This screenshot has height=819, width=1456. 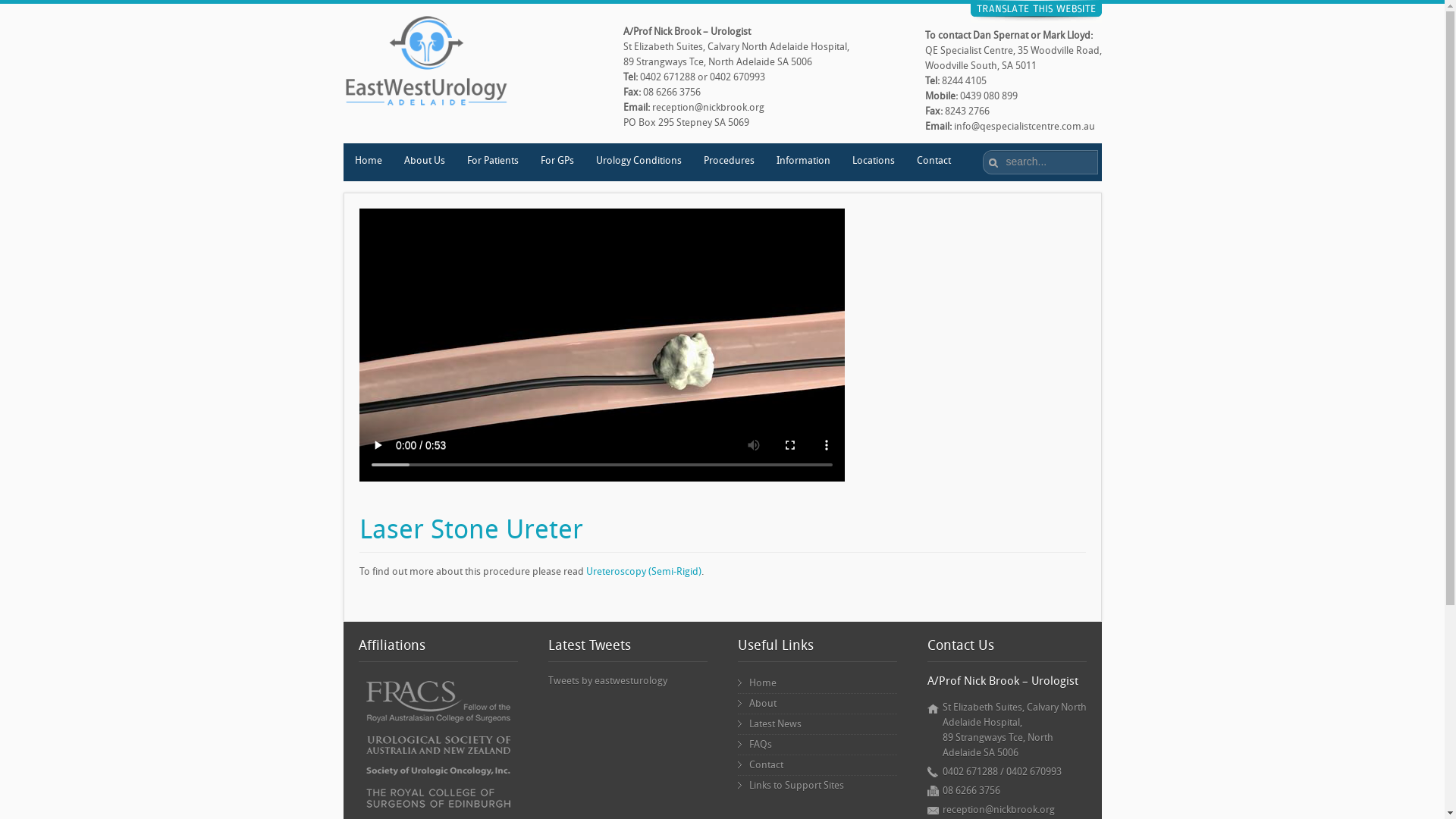 I want to click on 'For GPs', so click(x=556, y=162).